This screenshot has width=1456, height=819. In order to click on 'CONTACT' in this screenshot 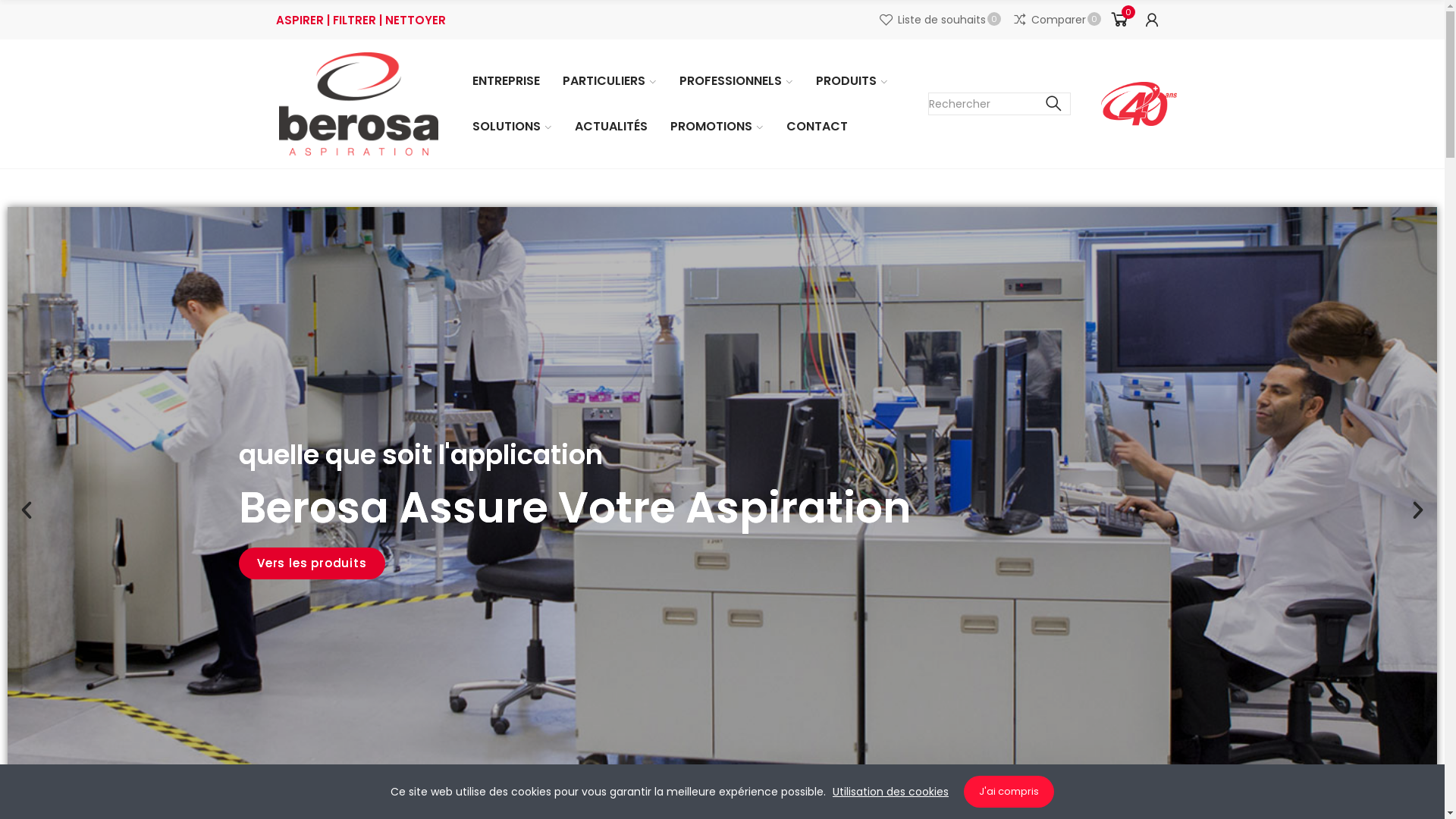, I will do `click(816, 125)`.